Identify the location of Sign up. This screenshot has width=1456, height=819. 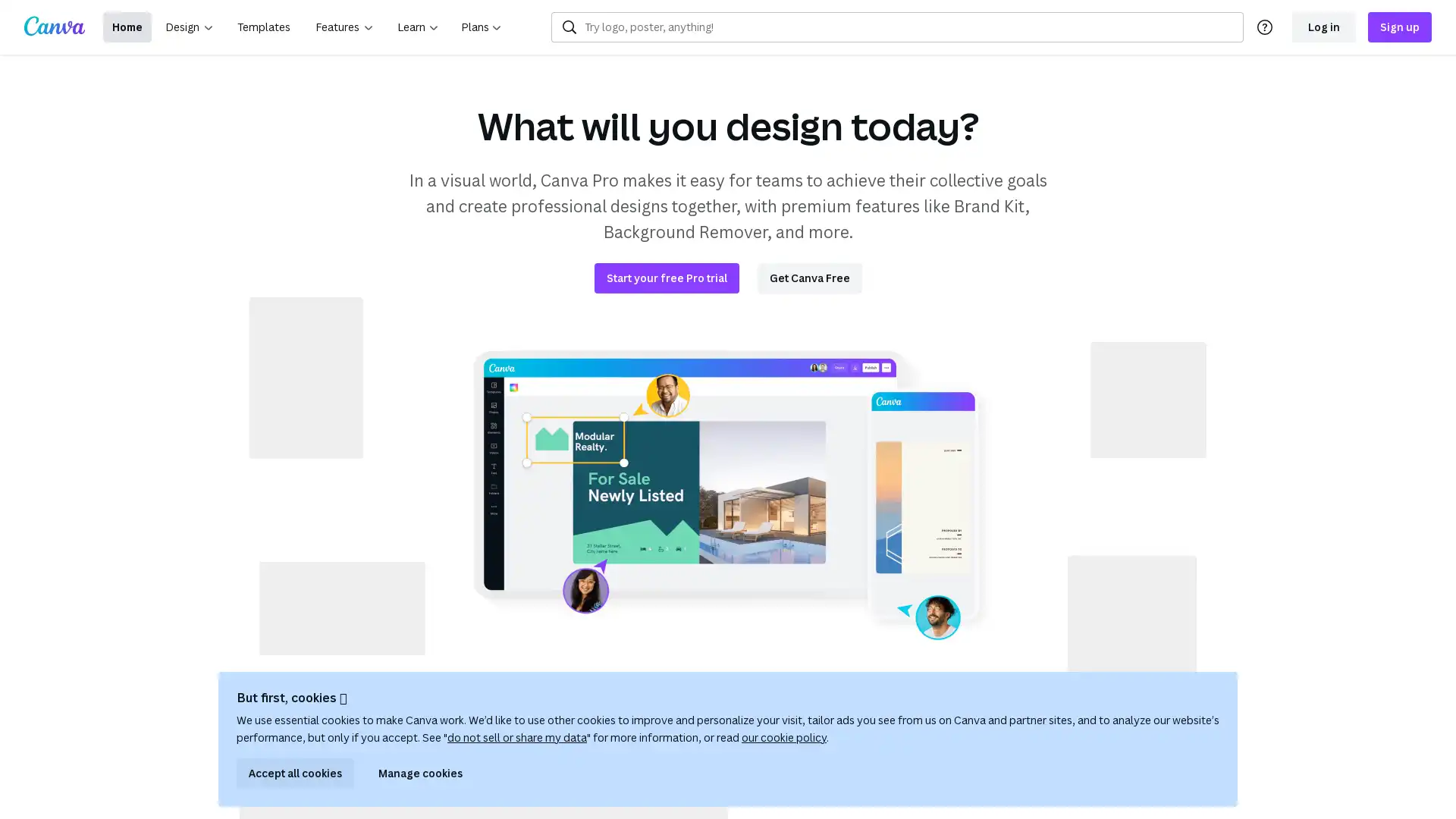
(1399, 27).